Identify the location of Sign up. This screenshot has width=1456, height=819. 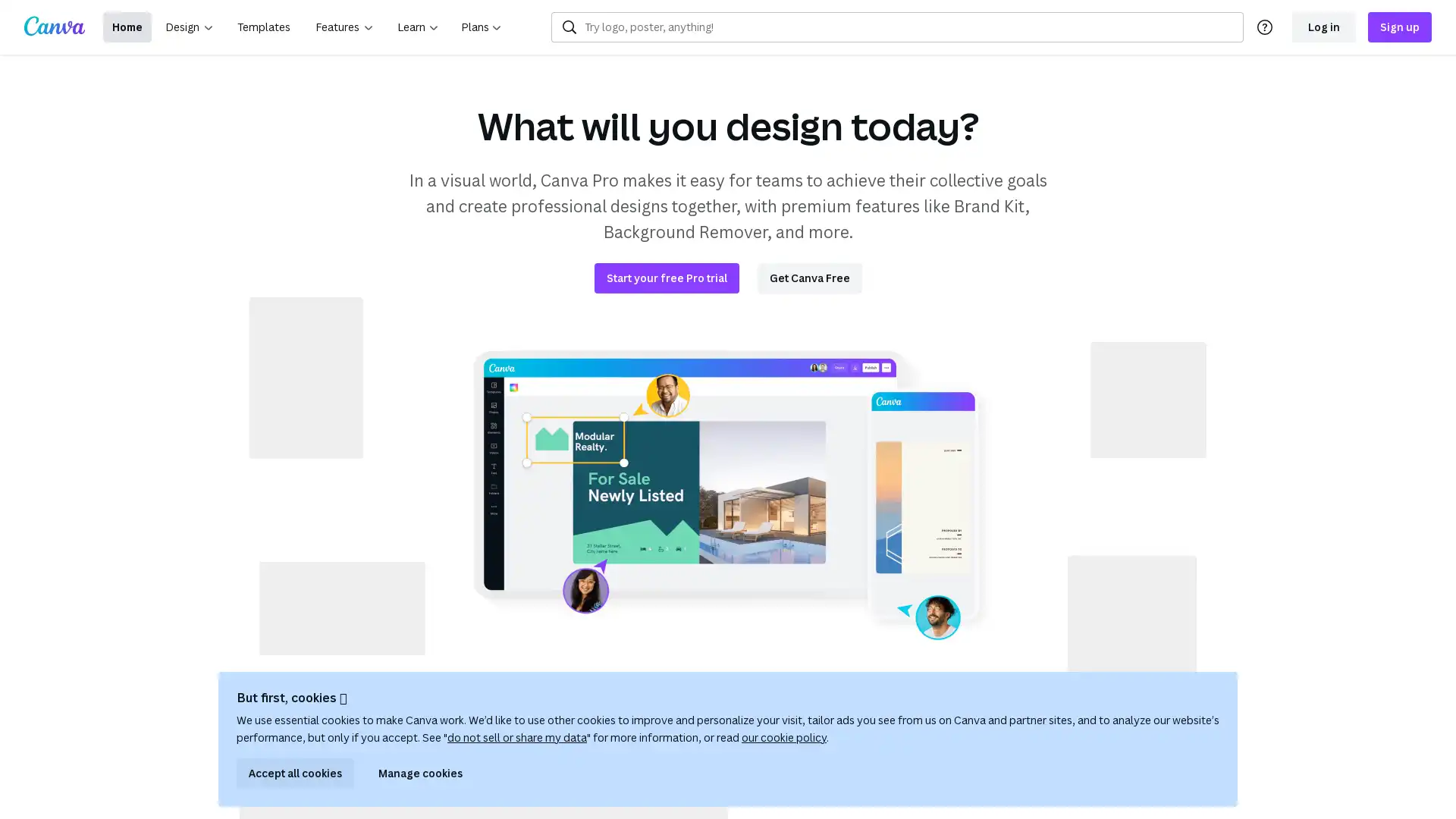
(1399, 27).